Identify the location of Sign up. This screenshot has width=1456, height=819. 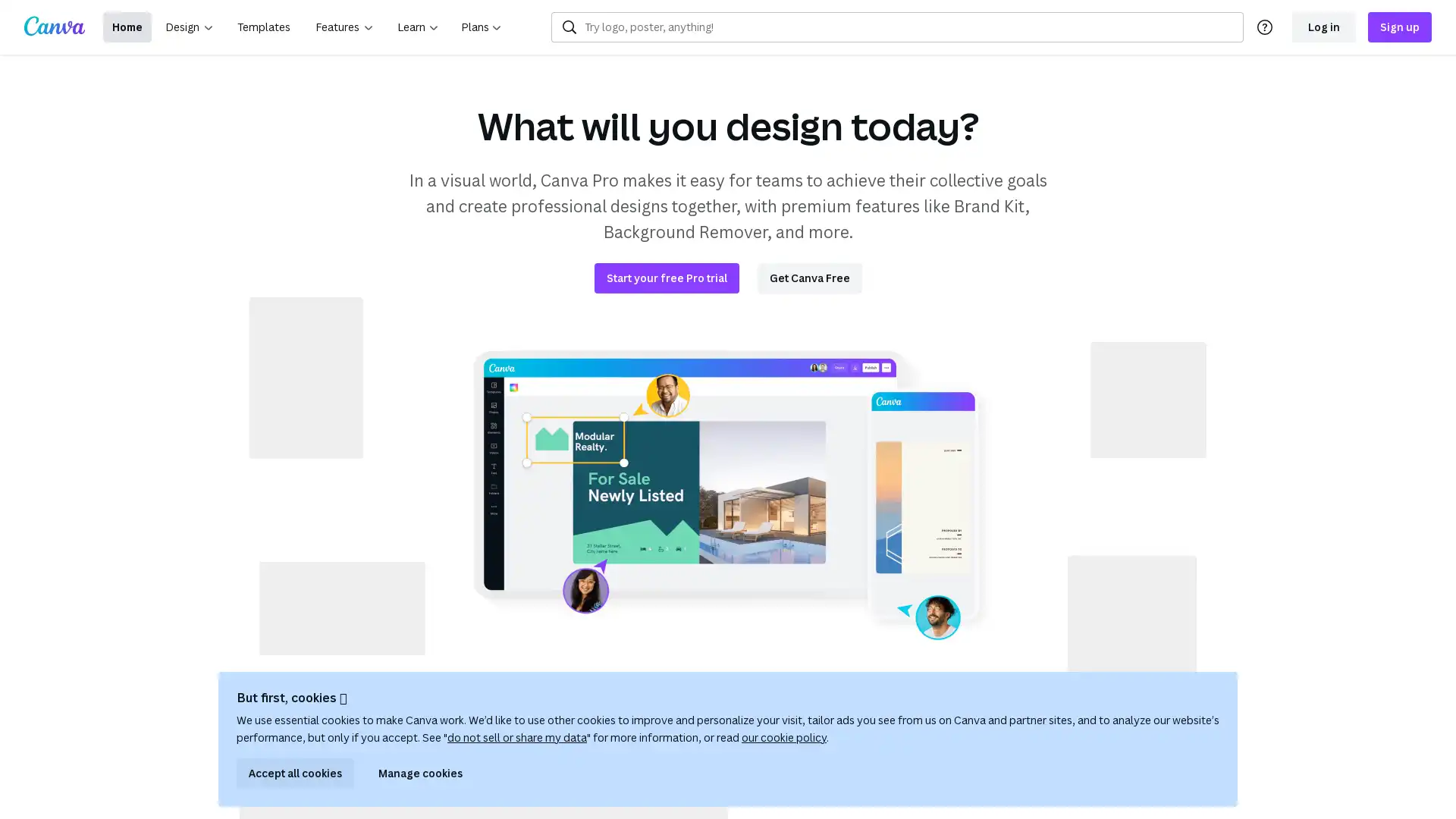
(1399, 27).